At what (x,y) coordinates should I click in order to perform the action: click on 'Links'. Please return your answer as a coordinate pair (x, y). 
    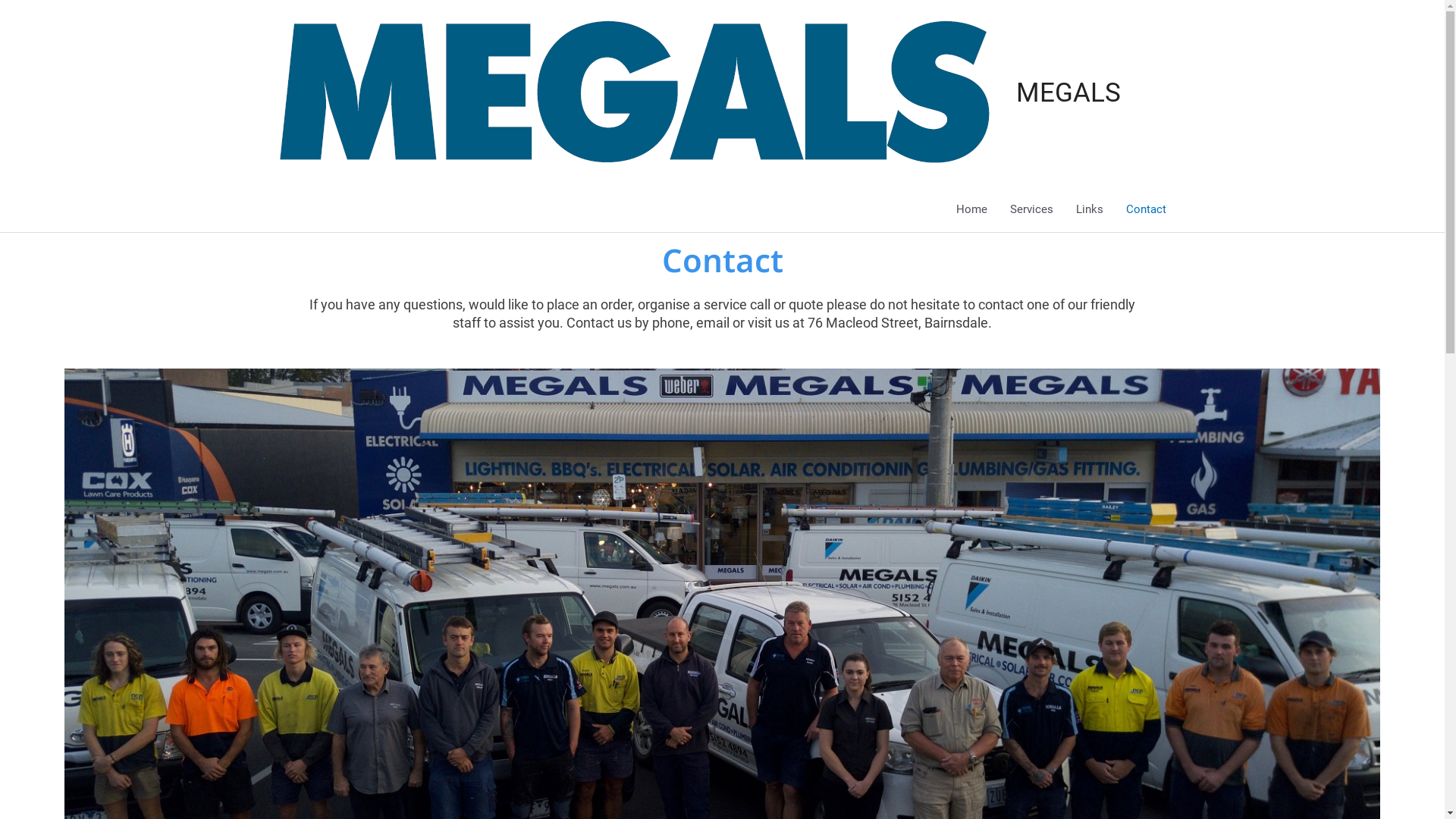
    Looking at the image, I should click on (1088, 209).